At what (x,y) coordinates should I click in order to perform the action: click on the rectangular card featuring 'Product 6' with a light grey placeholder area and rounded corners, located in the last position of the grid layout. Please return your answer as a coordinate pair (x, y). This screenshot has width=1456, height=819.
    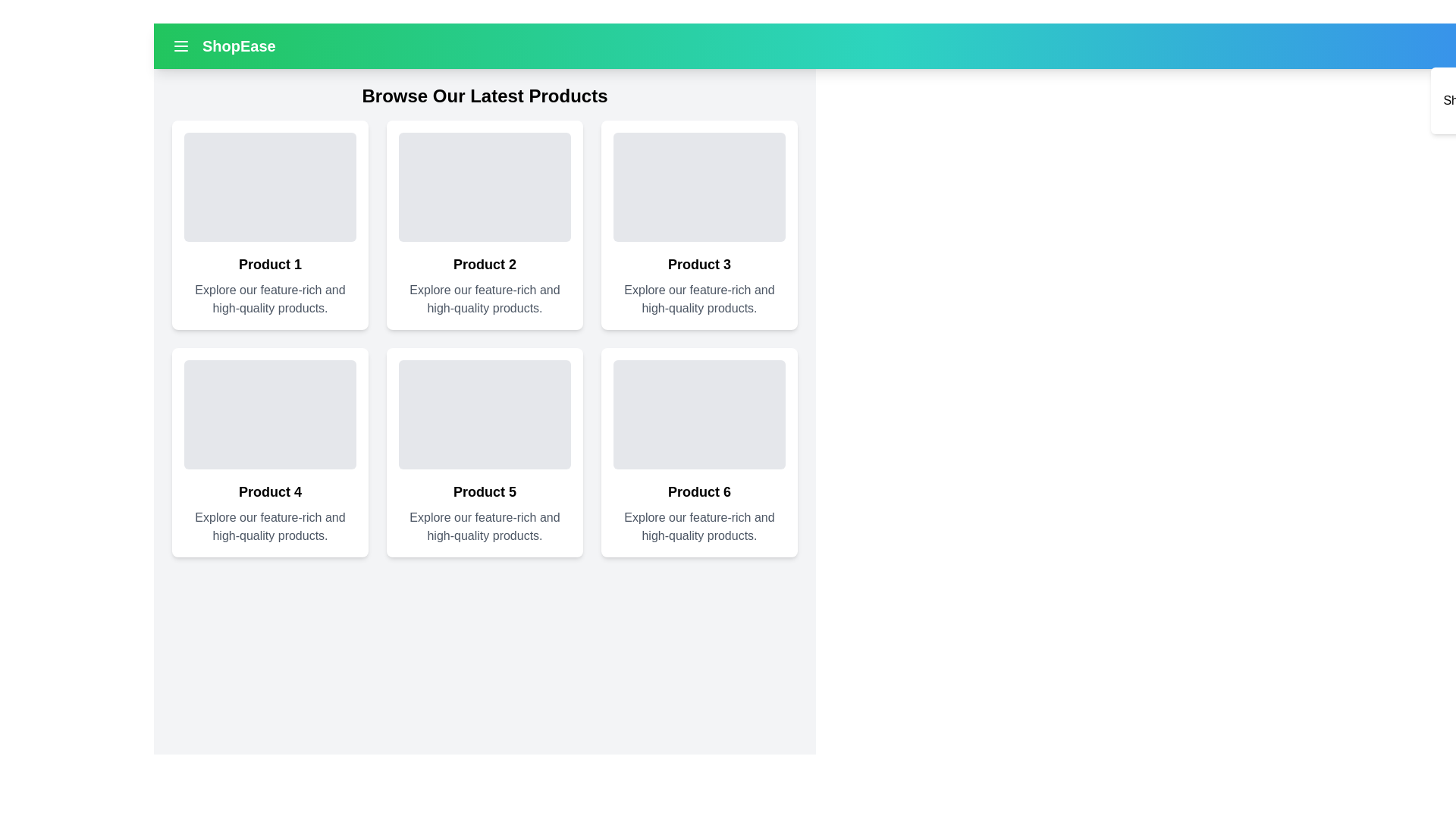
    Looking at the image, I should click on (698, 452).